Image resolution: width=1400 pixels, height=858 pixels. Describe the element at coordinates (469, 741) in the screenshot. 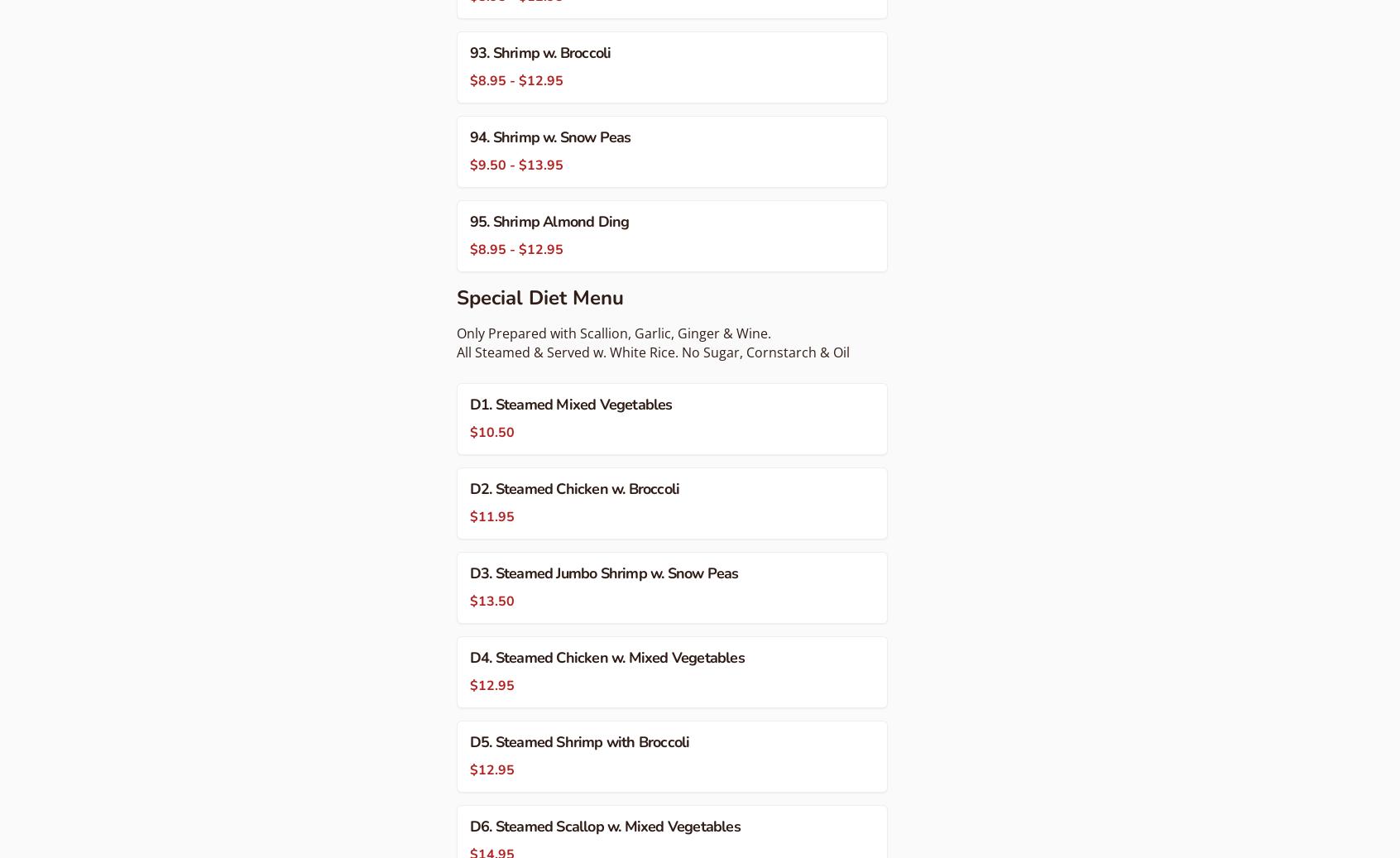

I see `'D5. Steamed Shrimp with Broccoli'` at that location.